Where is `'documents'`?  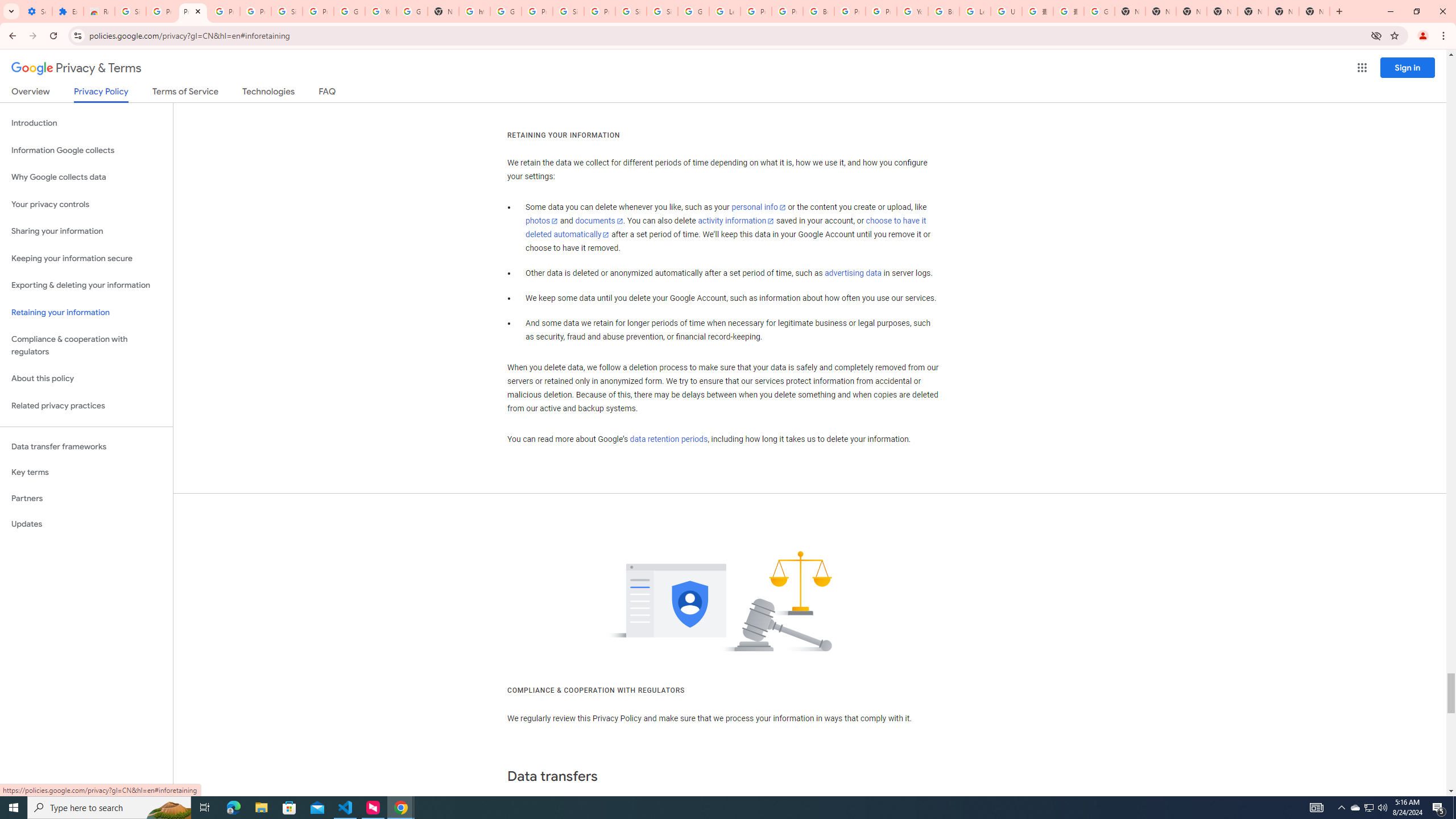 'documents' is located at coordinates (598, 220).